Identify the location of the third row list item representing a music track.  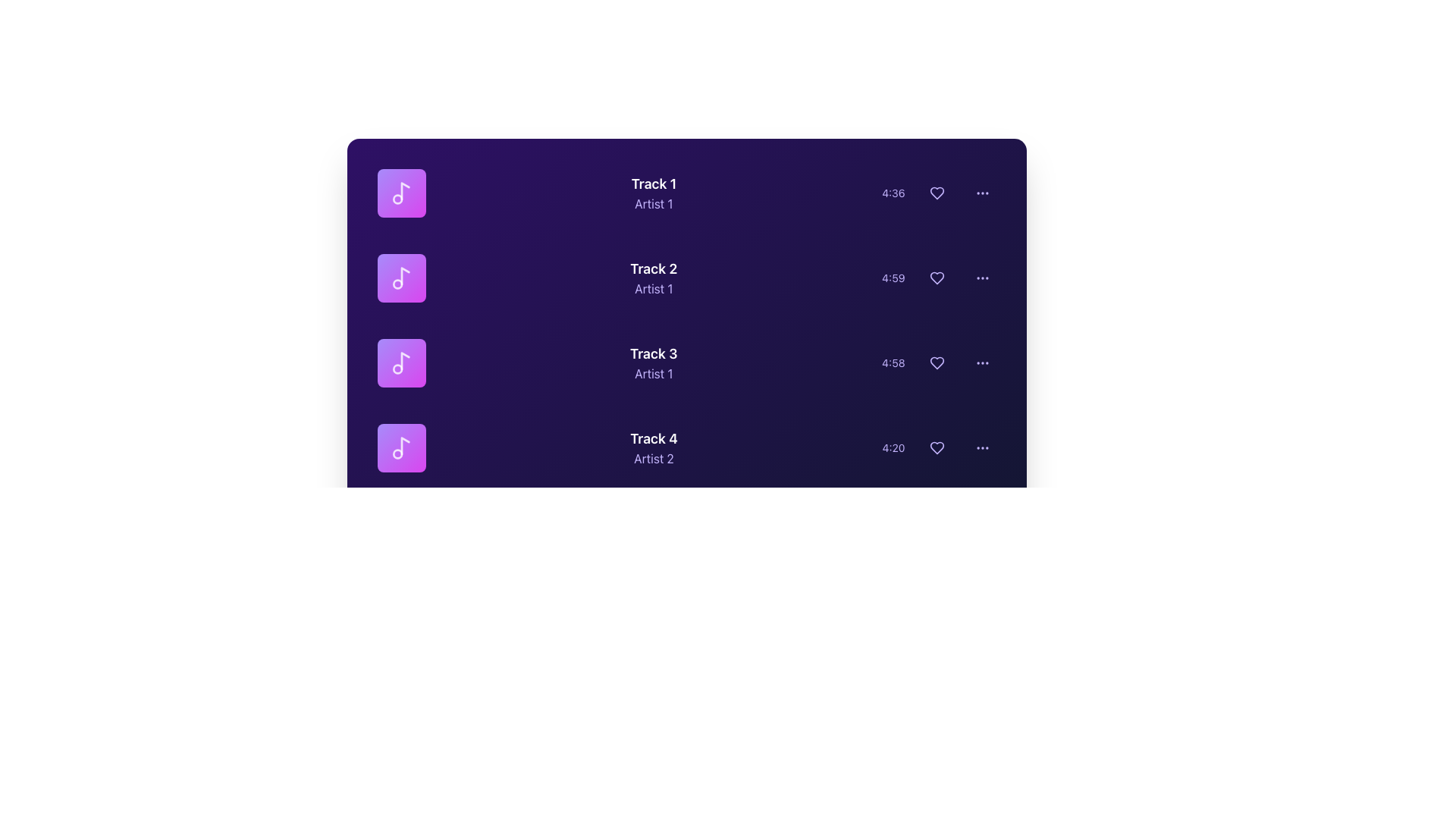
(686, 362).